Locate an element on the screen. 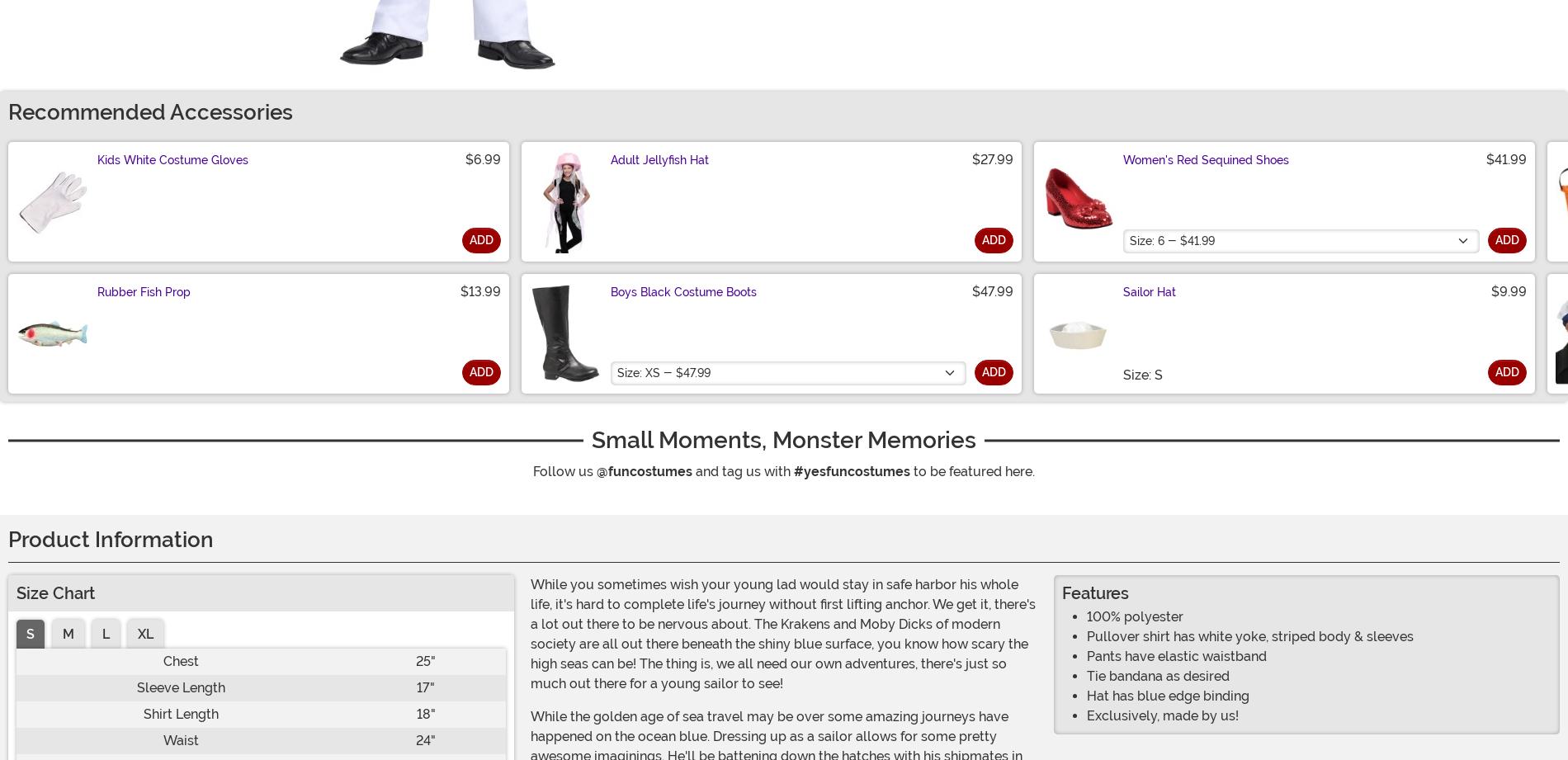  'My Account' is located at coordinates (392, 692).